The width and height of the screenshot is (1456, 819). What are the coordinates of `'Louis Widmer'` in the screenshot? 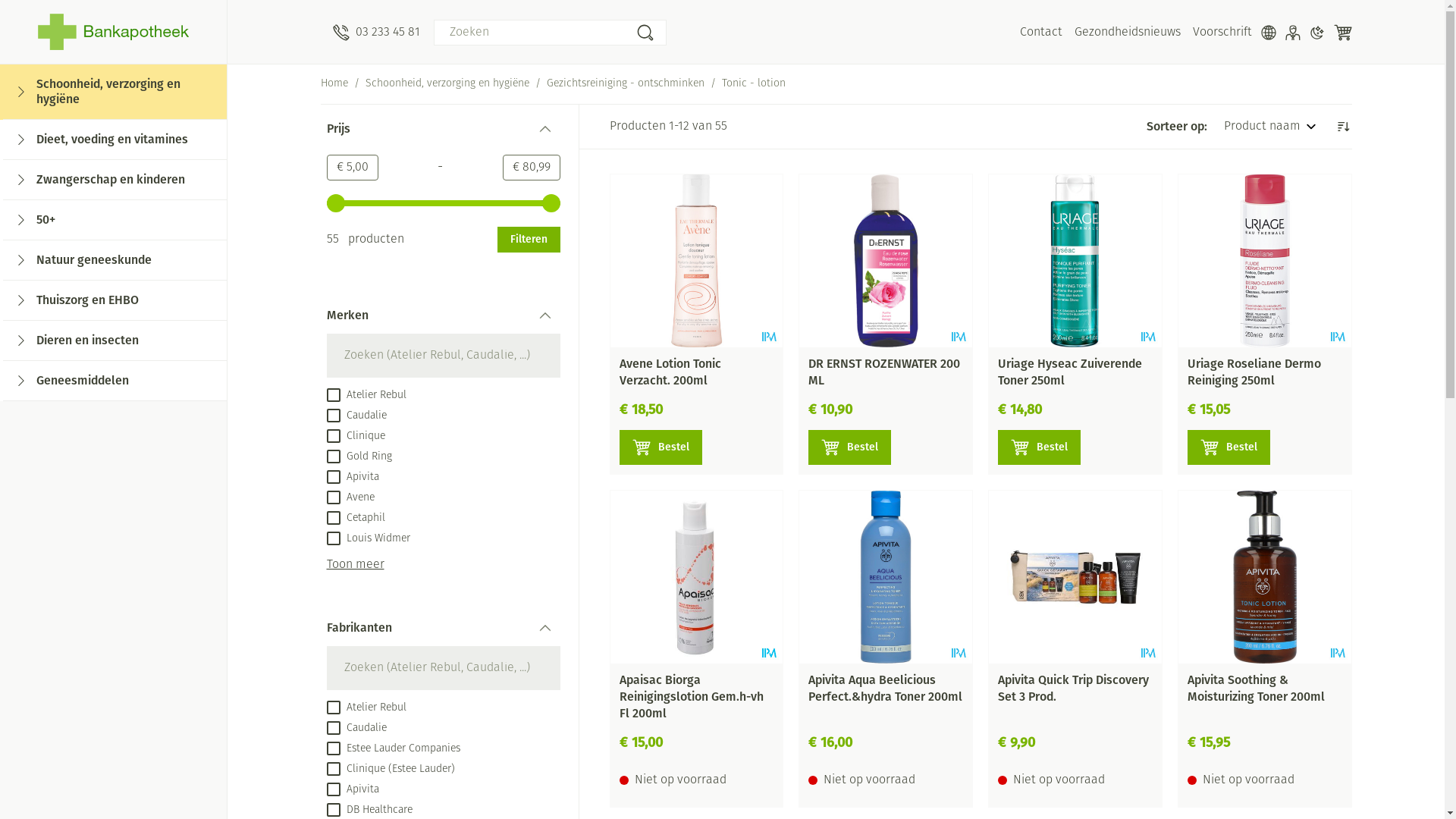 It's located at (367, 537).